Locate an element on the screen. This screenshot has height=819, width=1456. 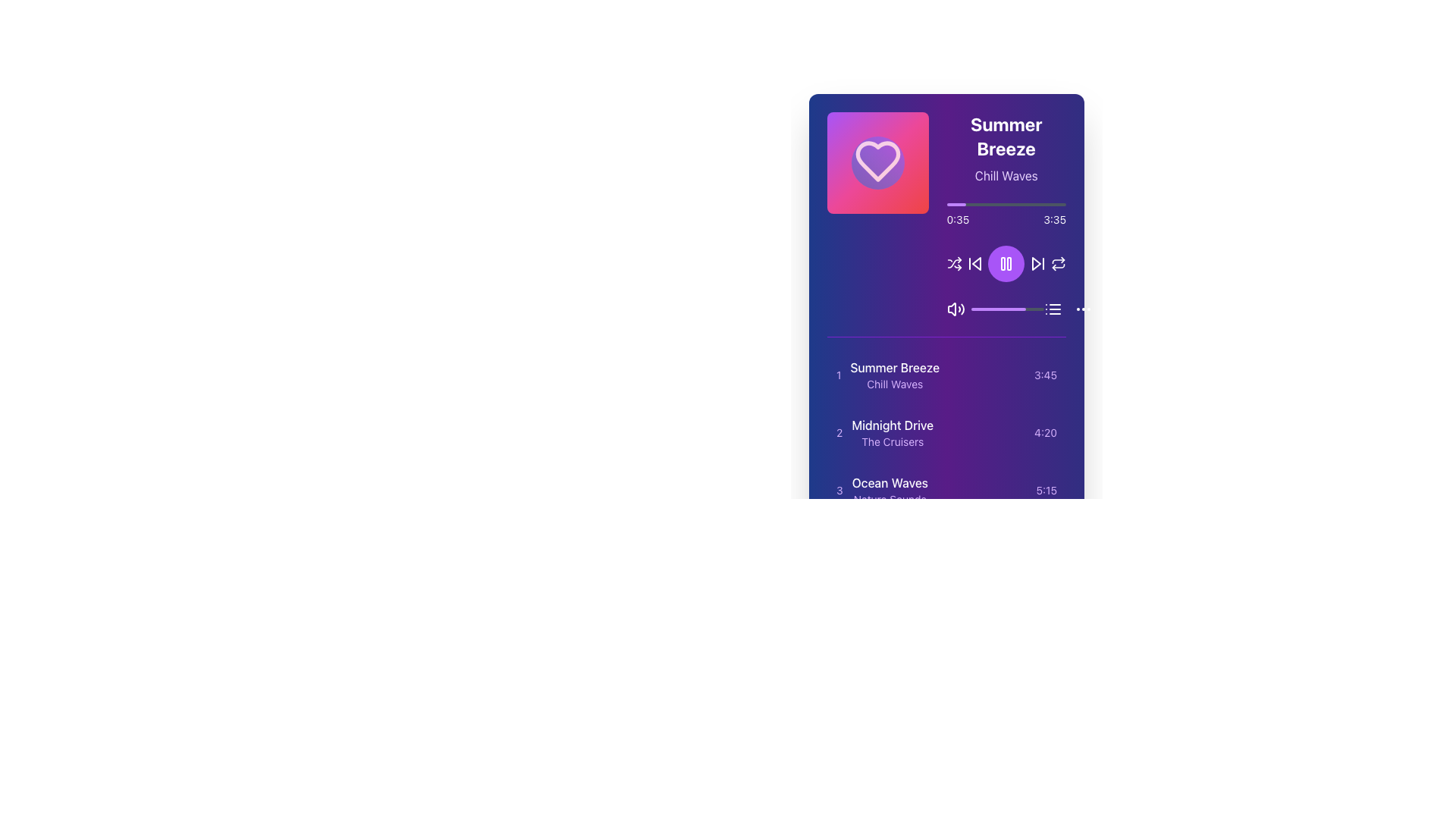
the Menu or List Icon located in the lower middle section of the music player interface is located at coordinates (1067, 309).